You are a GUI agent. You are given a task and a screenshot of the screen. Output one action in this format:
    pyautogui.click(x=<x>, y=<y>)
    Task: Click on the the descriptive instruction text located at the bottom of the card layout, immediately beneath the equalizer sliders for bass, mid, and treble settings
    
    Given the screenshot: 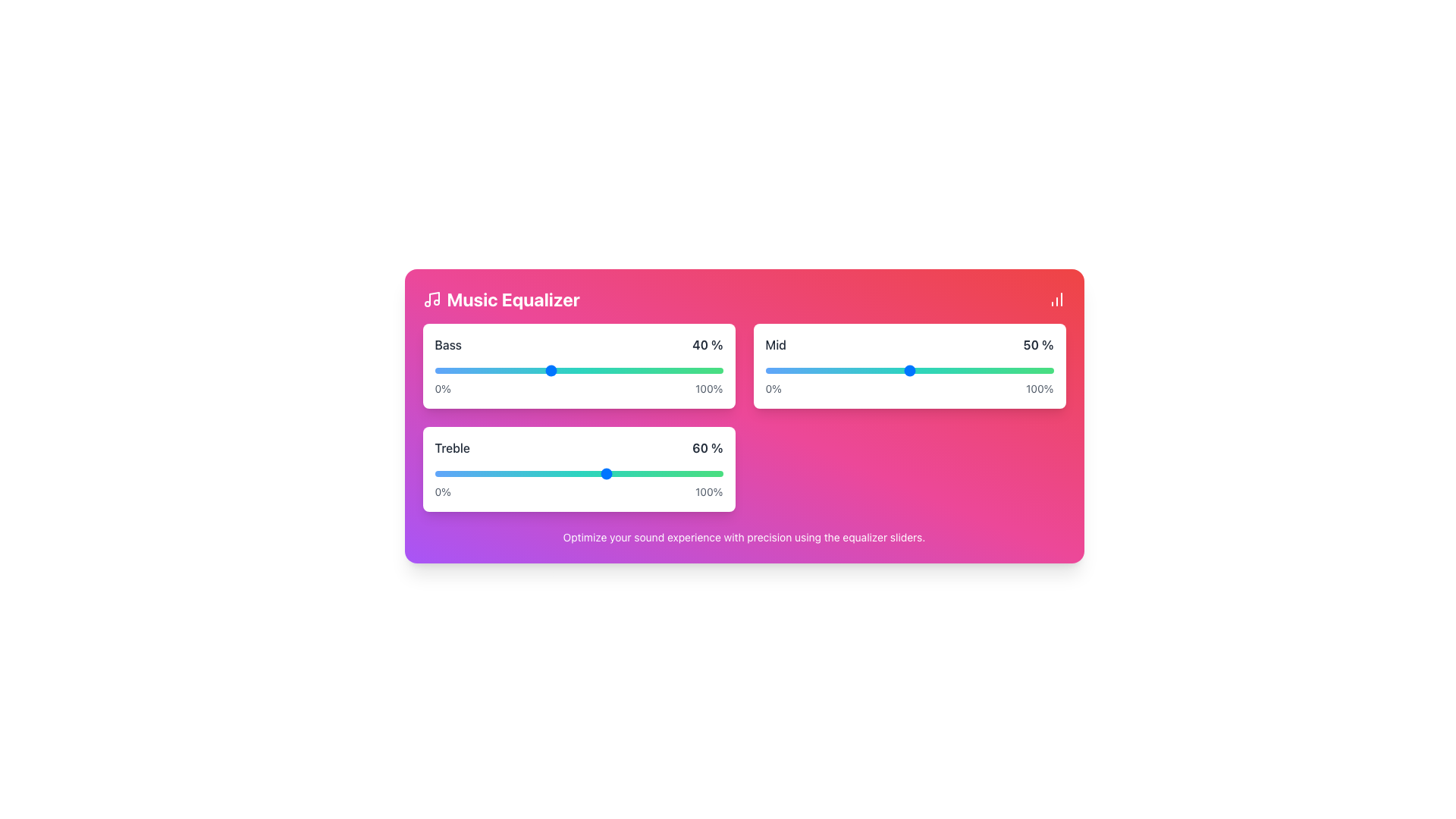 What is the action you would take?
    pyautogui.click(x=744, y=537)
    